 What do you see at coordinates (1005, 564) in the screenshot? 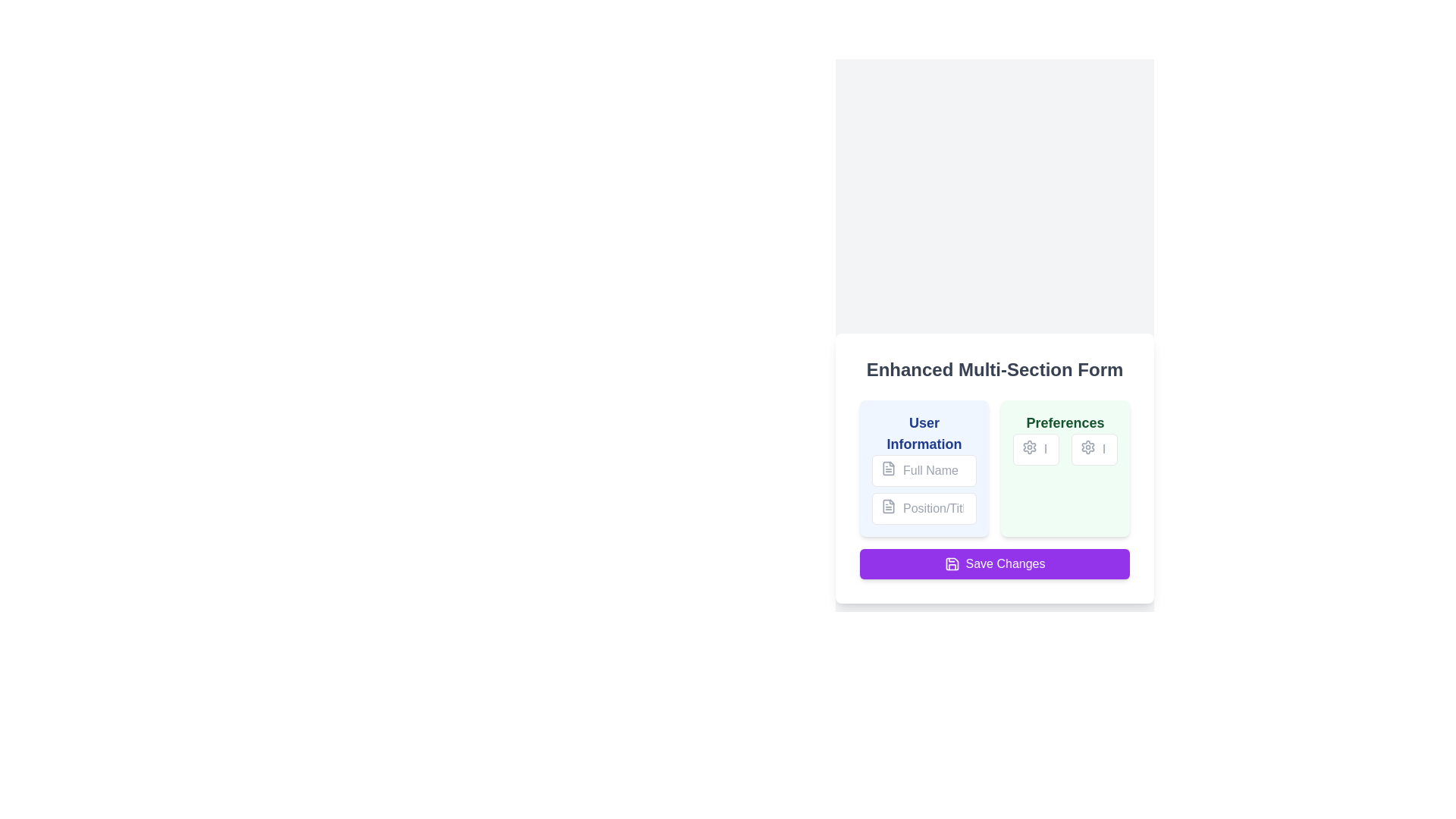
I see `the 'Save Changes' text within the purple button at the bottom of the form` at bounding box center [1005, 564].